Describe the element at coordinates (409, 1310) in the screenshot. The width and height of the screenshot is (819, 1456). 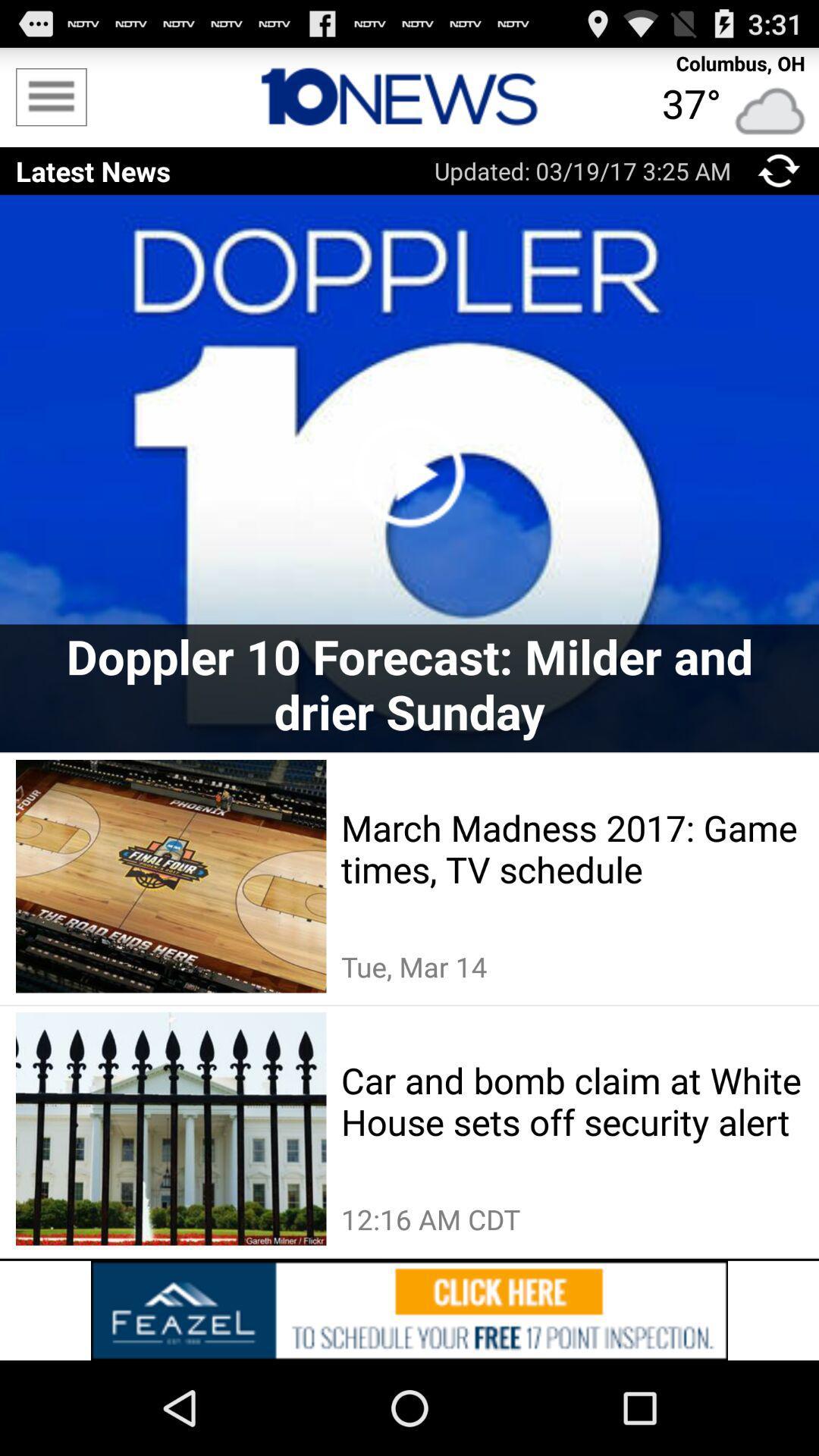
I see `open advert` at that location.